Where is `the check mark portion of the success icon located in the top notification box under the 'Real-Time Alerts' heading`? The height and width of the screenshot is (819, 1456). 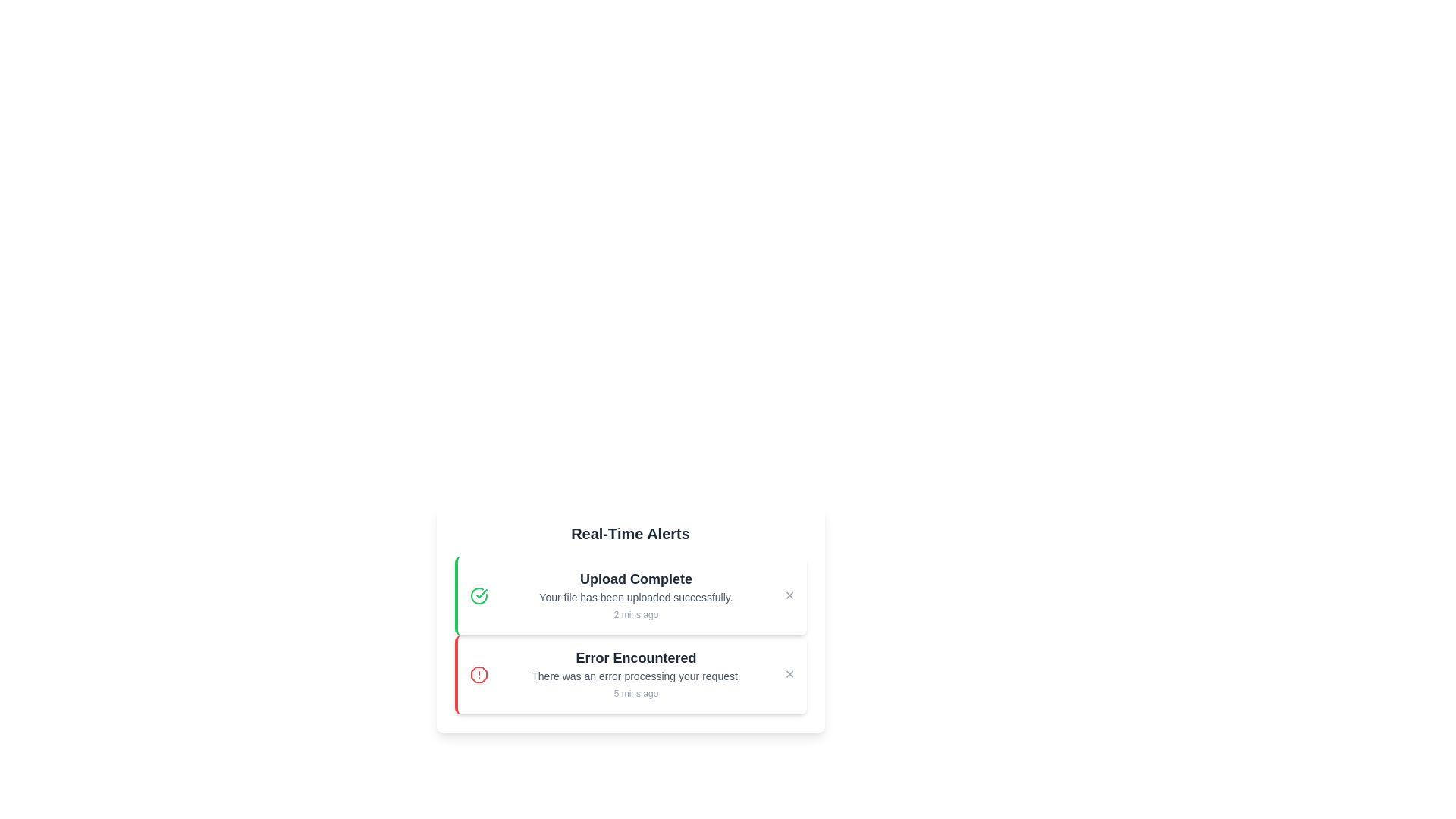
the check mark portion of the success icon located in the top notification box under the 'Real-Time Alerts' heading is located at coordinates (480, 593).